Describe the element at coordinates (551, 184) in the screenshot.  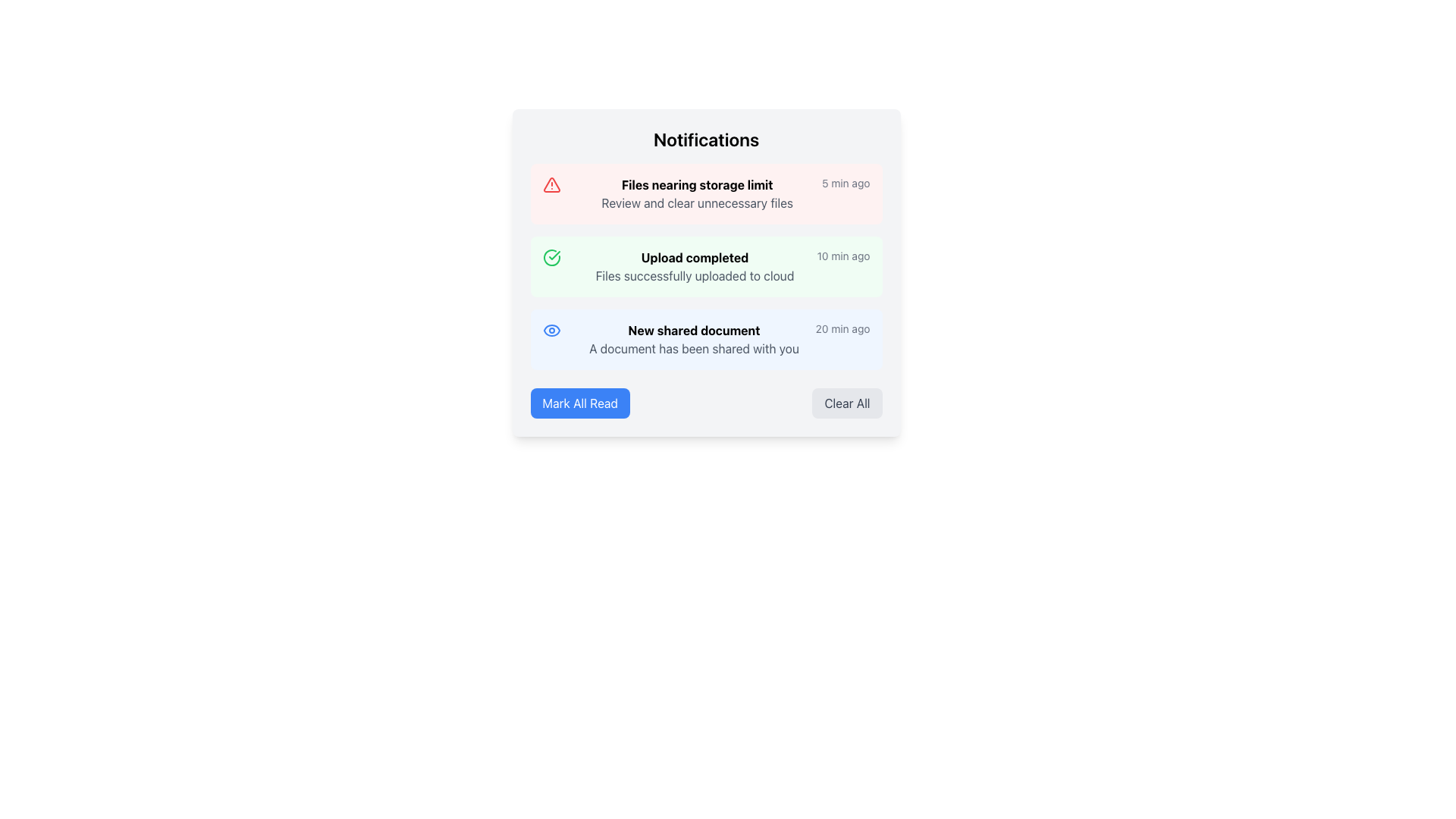
I see `the reddish triangular icon with a hollow stroke outline featuring an exclamation design` at that location.